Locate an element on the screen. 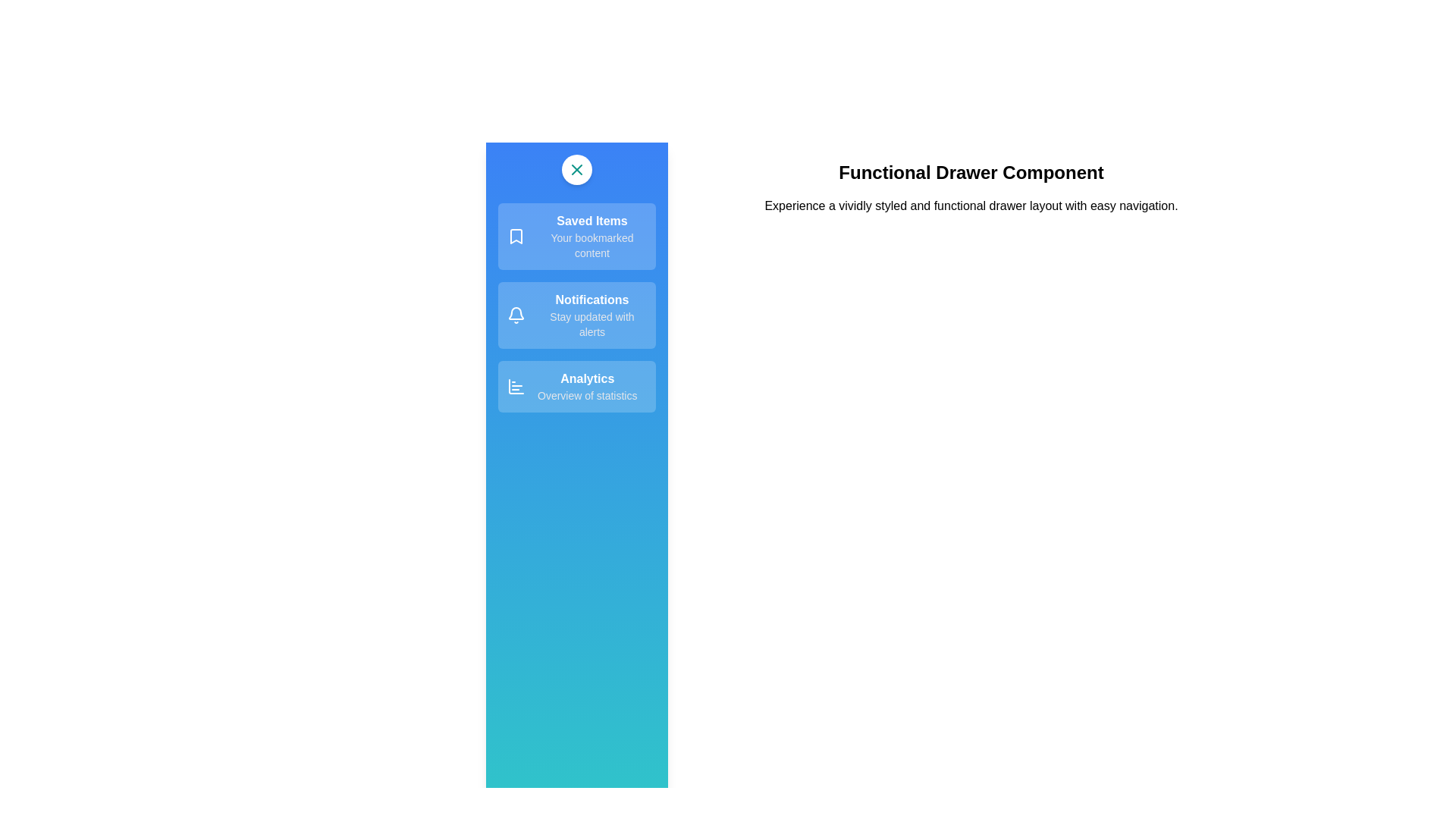  the 'Notifications' section to select it is located at coordinates (576, 315).